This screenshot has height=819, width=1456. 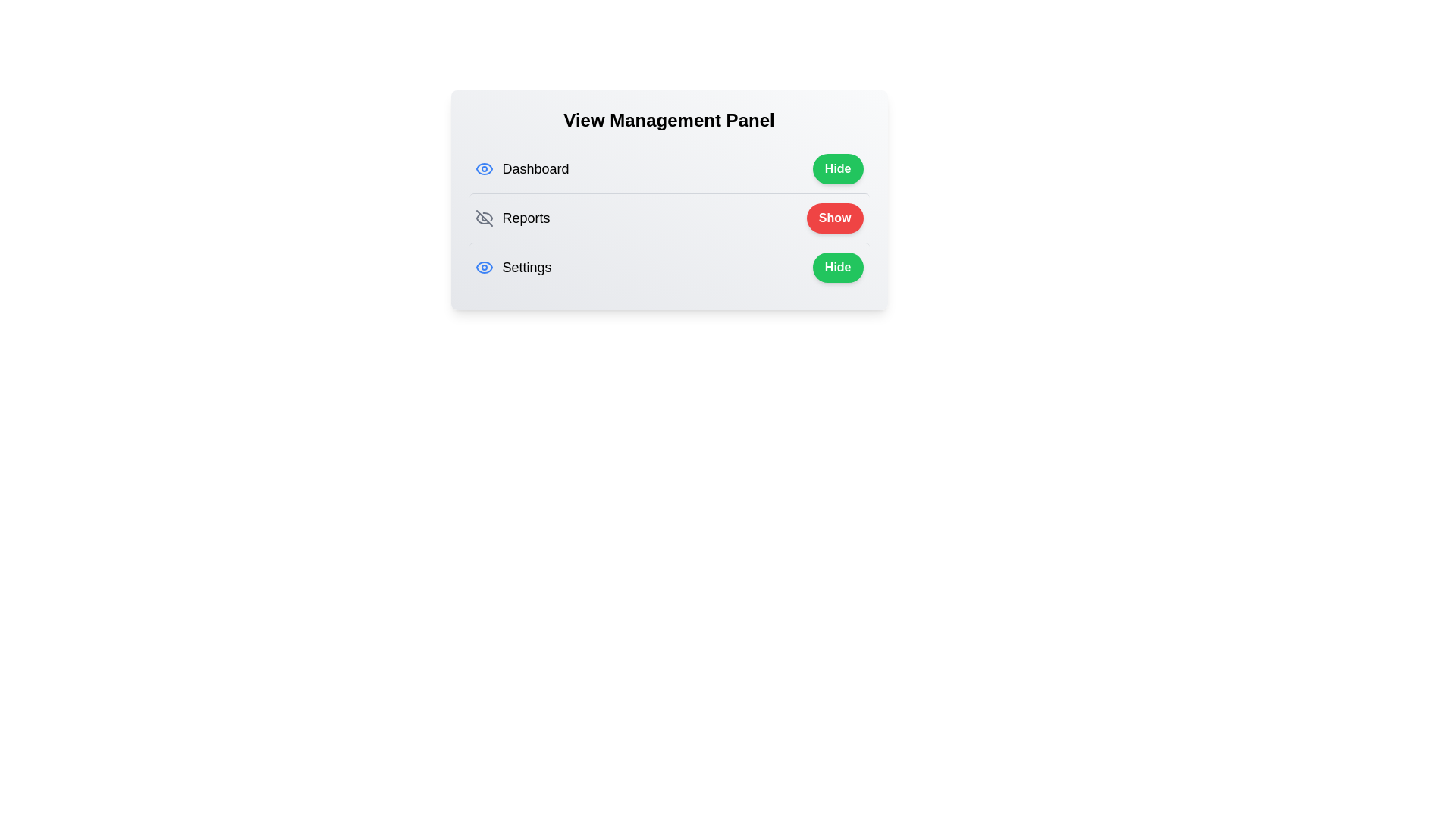 What do you see at coordinates (837, 267) in the screenshot?
I see `the toggle button for Settings to change its visibility` at bounding box center [837, 267].